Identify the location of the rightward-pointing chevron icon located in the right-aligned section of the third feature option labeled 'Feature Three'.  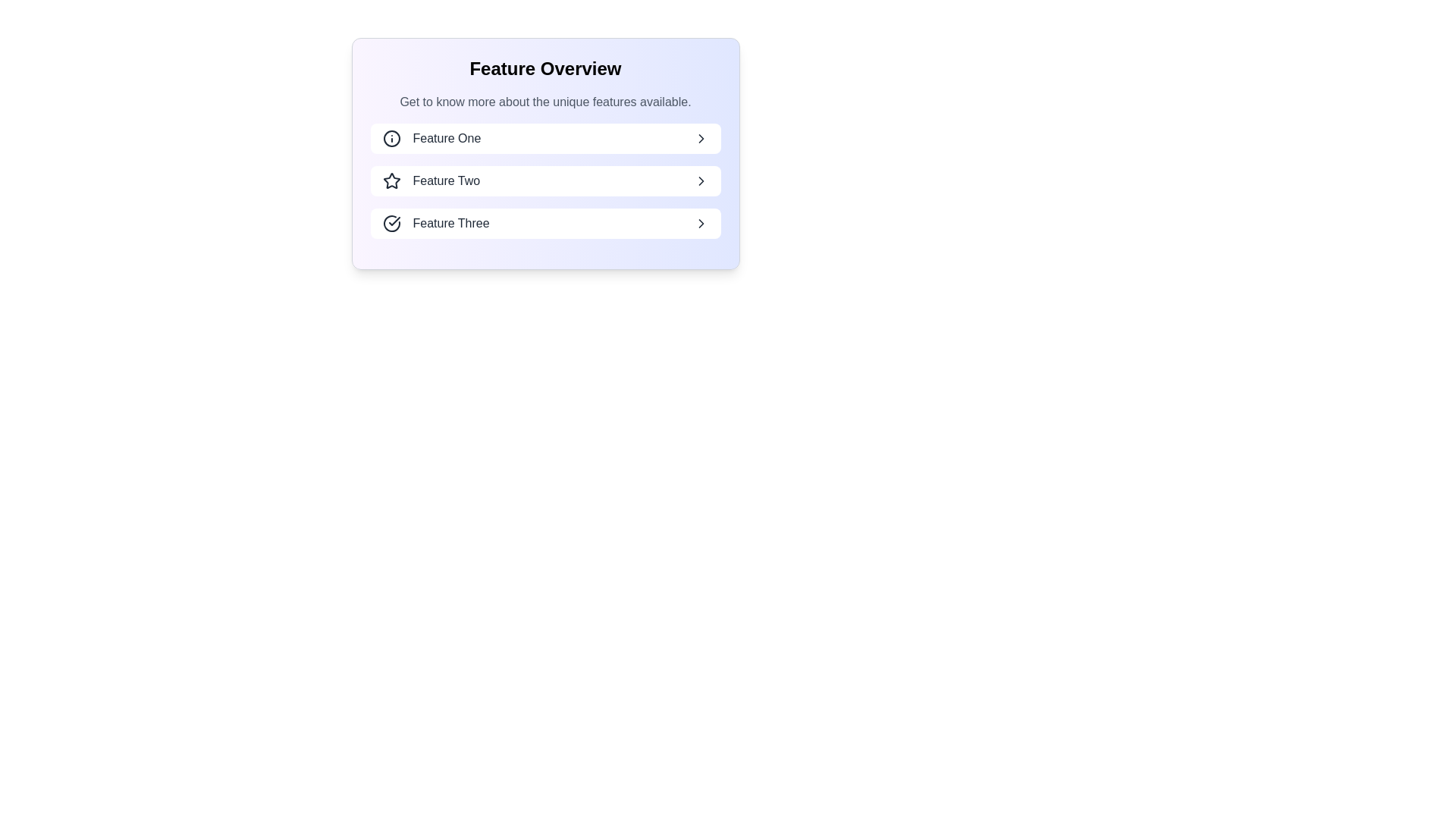
(700, 223).